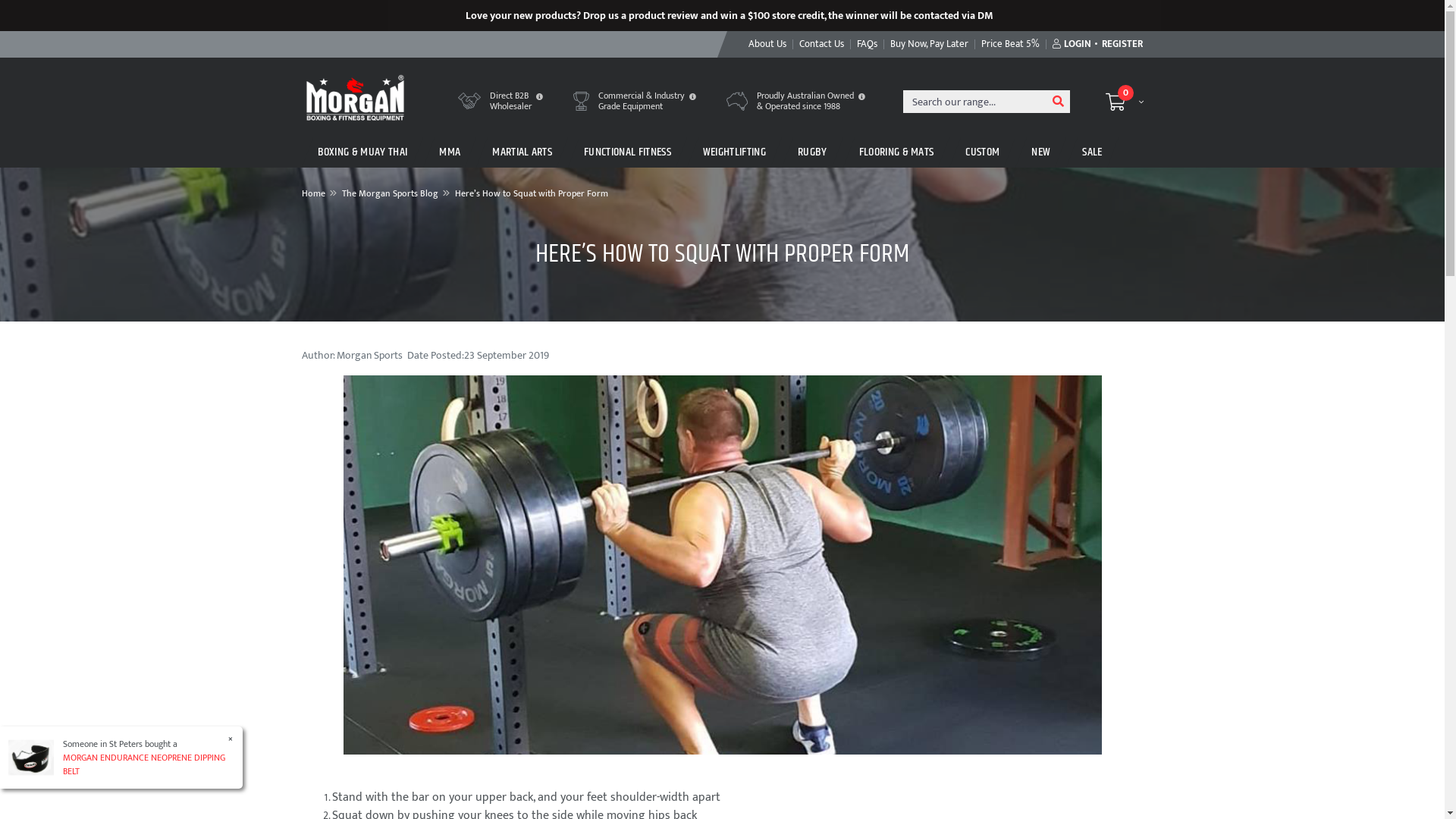  I want to click on 'The Morgan Sports Blog', so click(389, 192).